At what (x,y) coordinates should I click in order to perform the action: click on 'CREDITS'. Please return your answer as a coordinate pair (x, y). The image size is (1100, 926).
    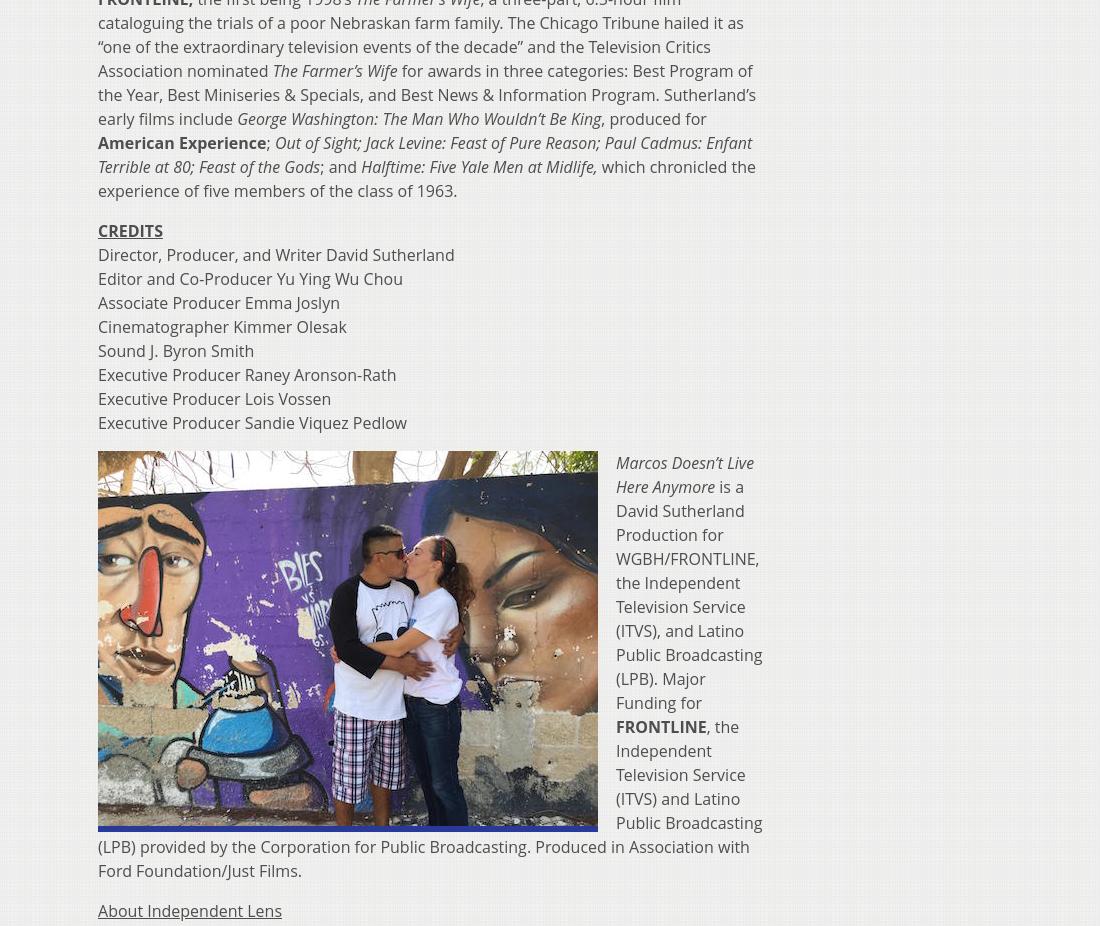
    Looking at the image, I should click on (130, 229).